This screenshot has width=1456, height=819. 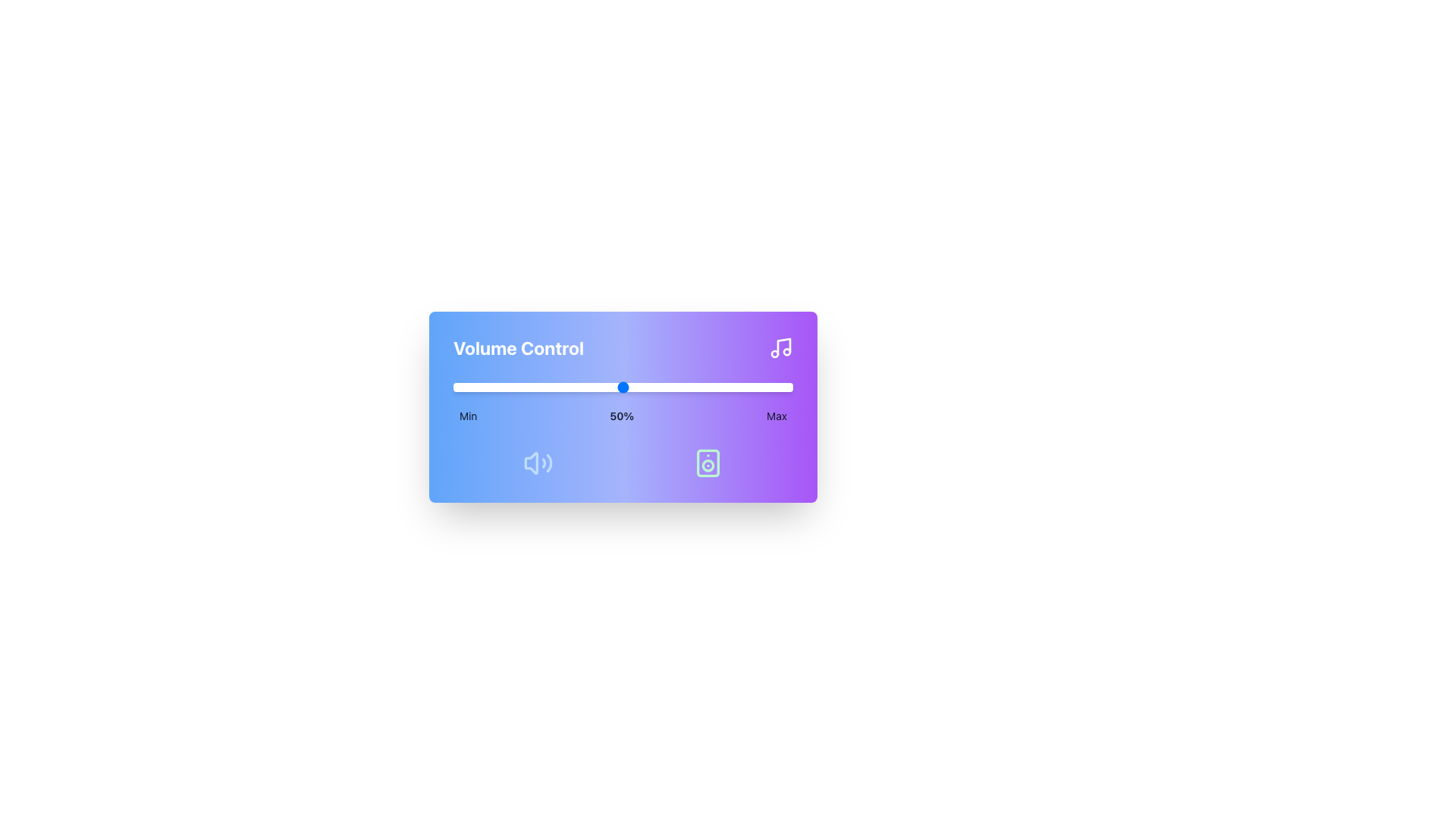 What do you see at coordinates (664, 386) in the screenshot?
I see `the slider` at bounding box center [664, 386].